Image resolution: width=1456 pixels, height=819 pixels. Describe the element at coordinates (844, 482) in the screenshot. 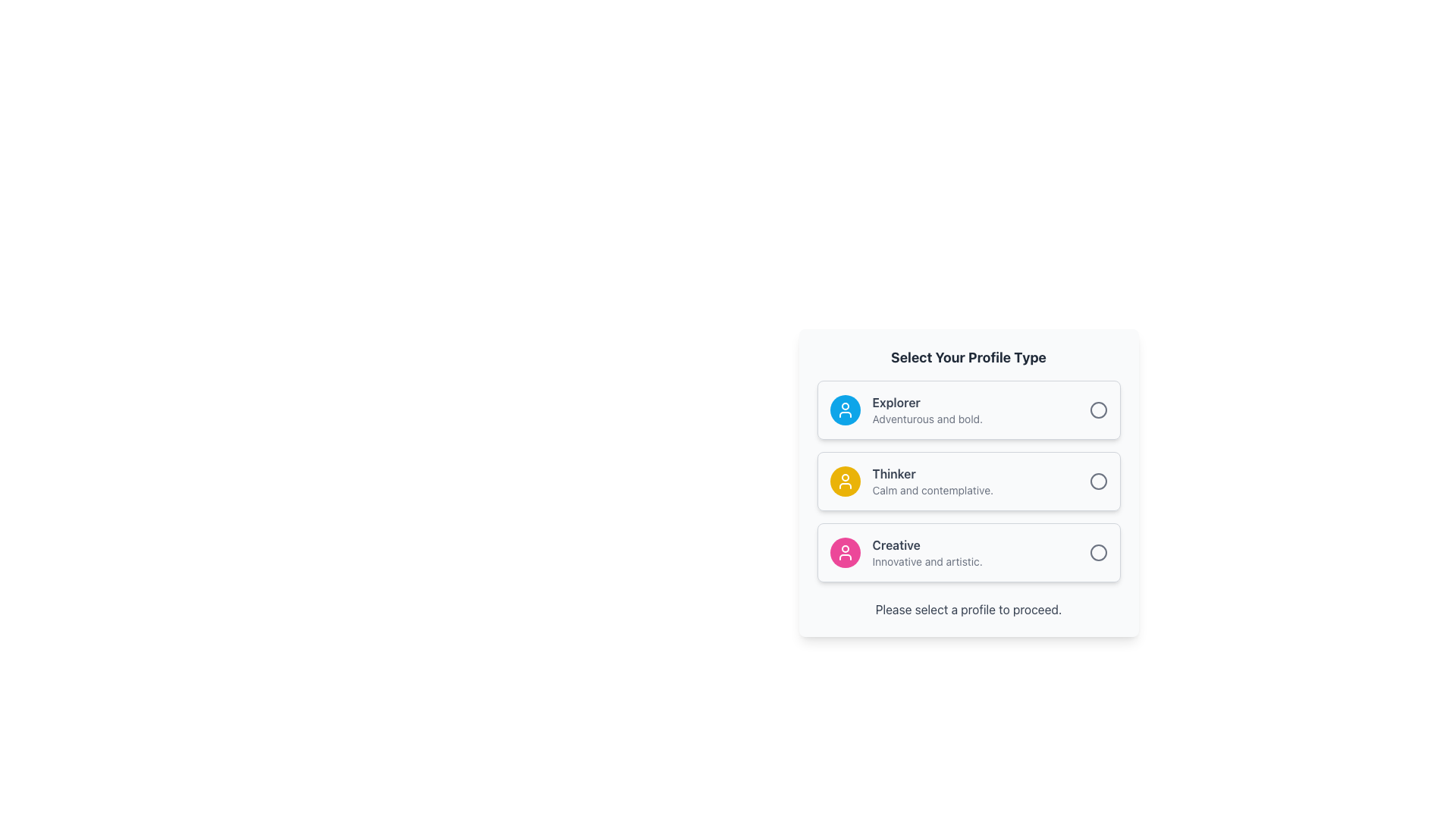

I see `the yellow circular icon with a white outline of a user, located to the left of the 'Thinker' profile card in the profile selection list` at that location.